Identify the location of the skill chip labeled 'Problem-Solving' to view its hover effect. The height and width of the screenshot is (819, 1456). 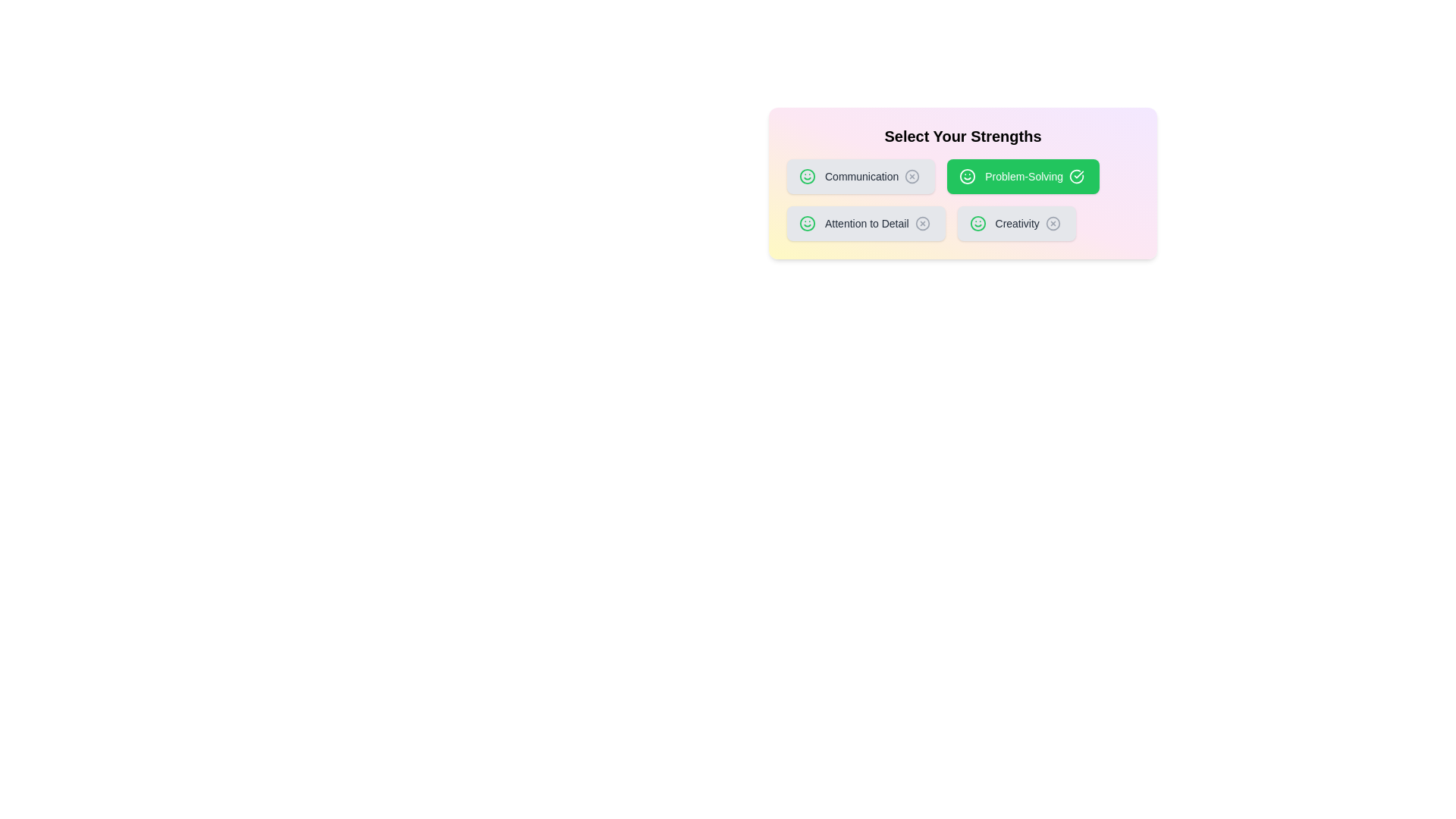
(1023, 175).